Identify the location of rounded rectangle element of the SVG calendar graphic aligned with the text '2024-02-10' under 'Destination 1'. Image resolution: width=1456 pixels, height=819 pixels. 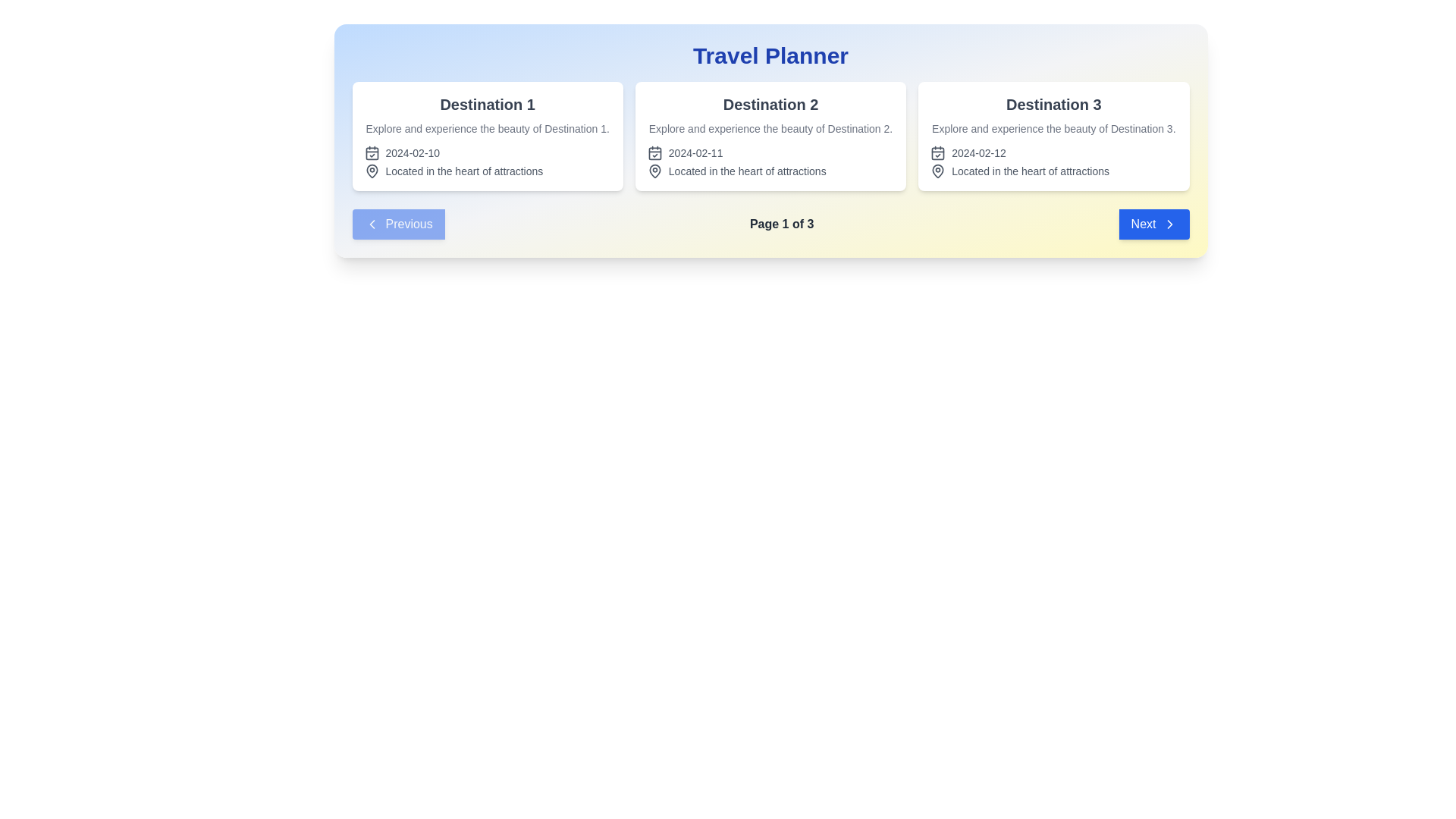
(372, 153).